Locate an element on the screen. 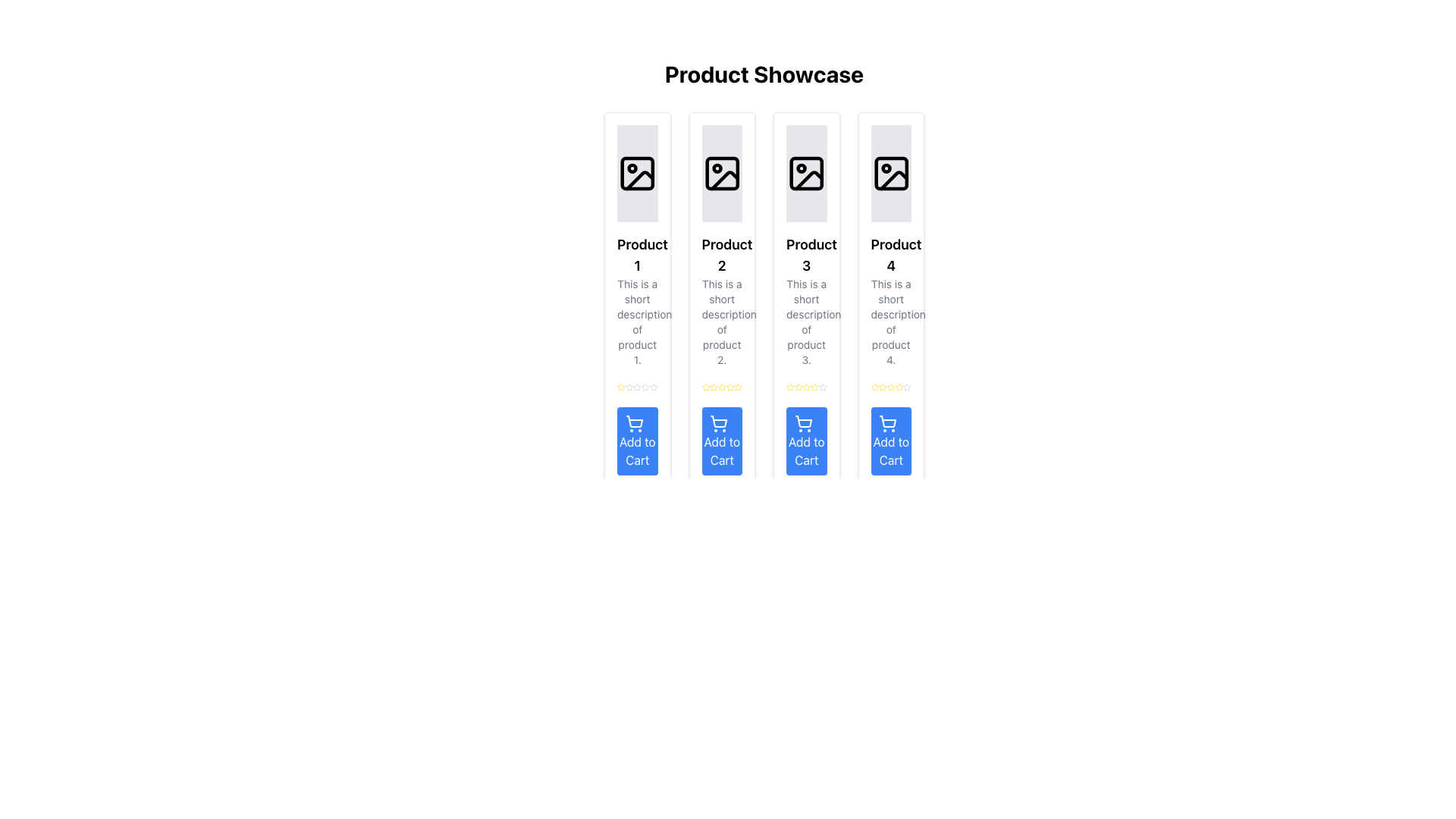 Image resolution: width=1456 pixels, height=819 pixels. the fourth rating star in the first product card is located at coordinates (637, 386).